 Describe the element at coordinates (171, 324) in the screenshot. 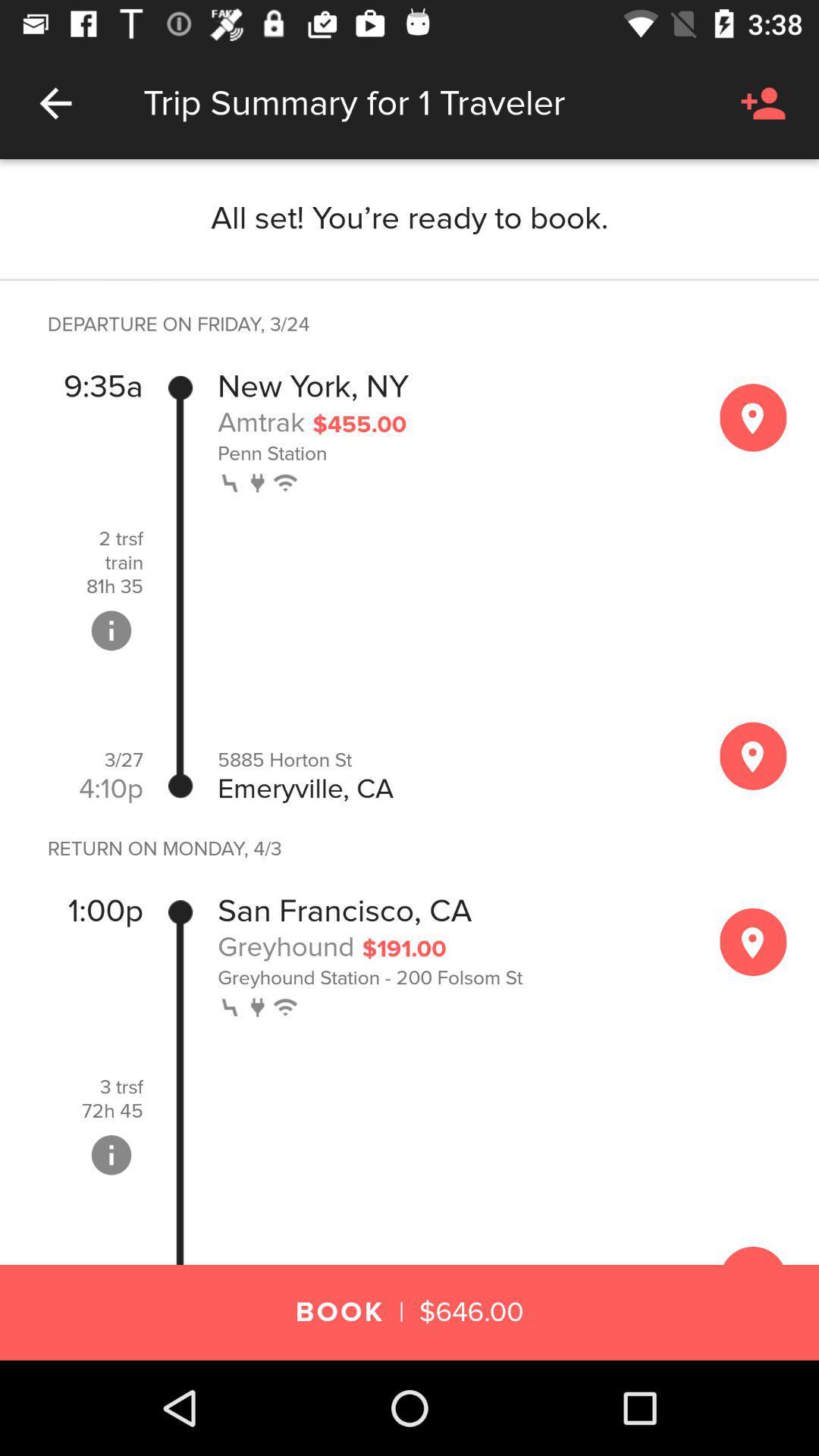

I see `the departure on friday item` at that location.